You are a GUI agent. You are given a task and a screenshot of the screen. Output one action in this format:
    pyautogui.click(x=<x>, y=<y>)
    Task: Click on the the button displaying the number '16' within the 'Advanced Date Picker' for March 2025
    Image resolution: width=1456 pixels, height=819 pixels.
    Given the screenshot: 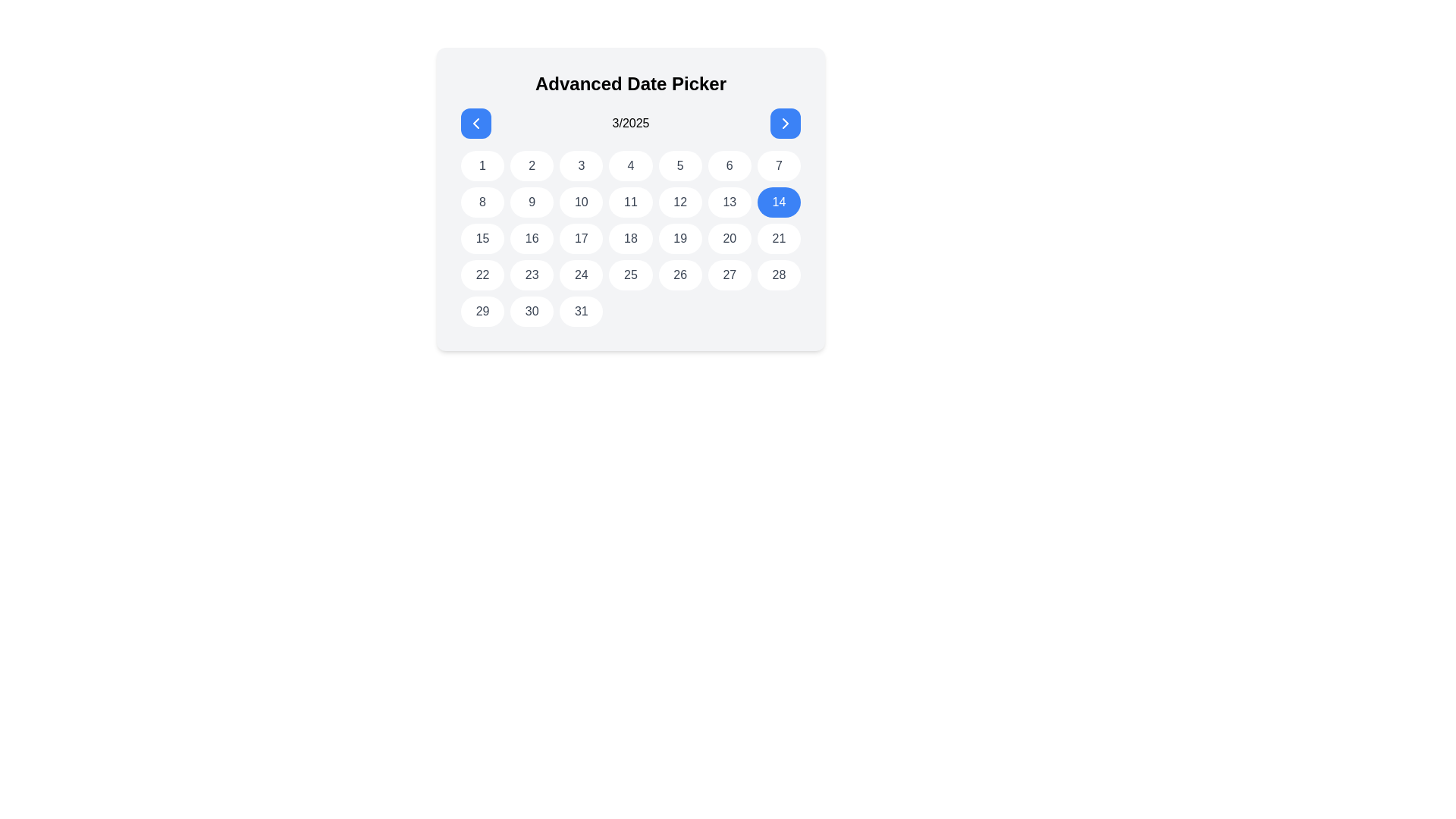 What is the action you would take?
    pyautogui.click(x=532, y=239)
    